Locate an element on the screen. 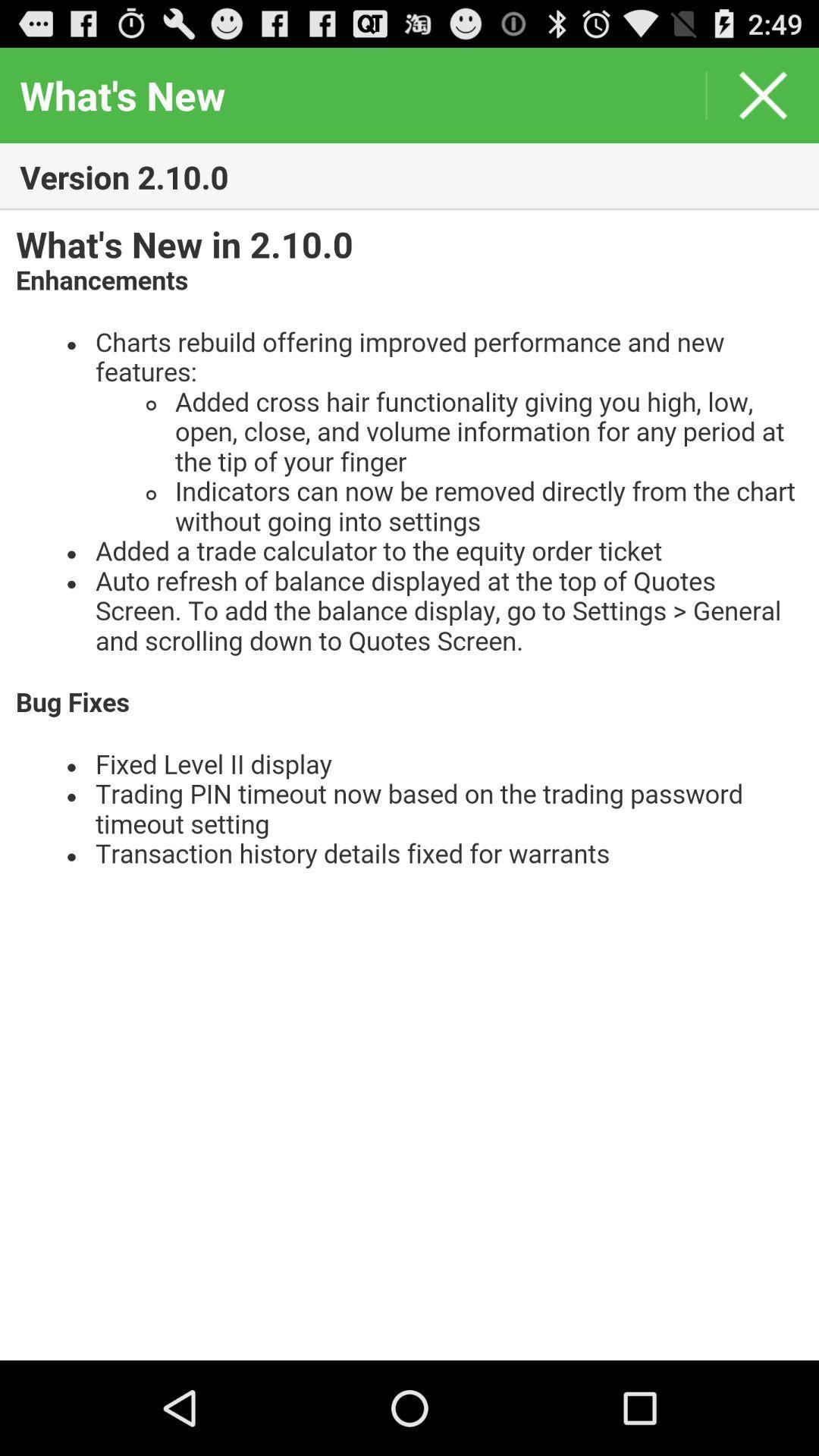 The height and width of the screenshot is (1456, 819). news field is located at coordinates (409, 785).